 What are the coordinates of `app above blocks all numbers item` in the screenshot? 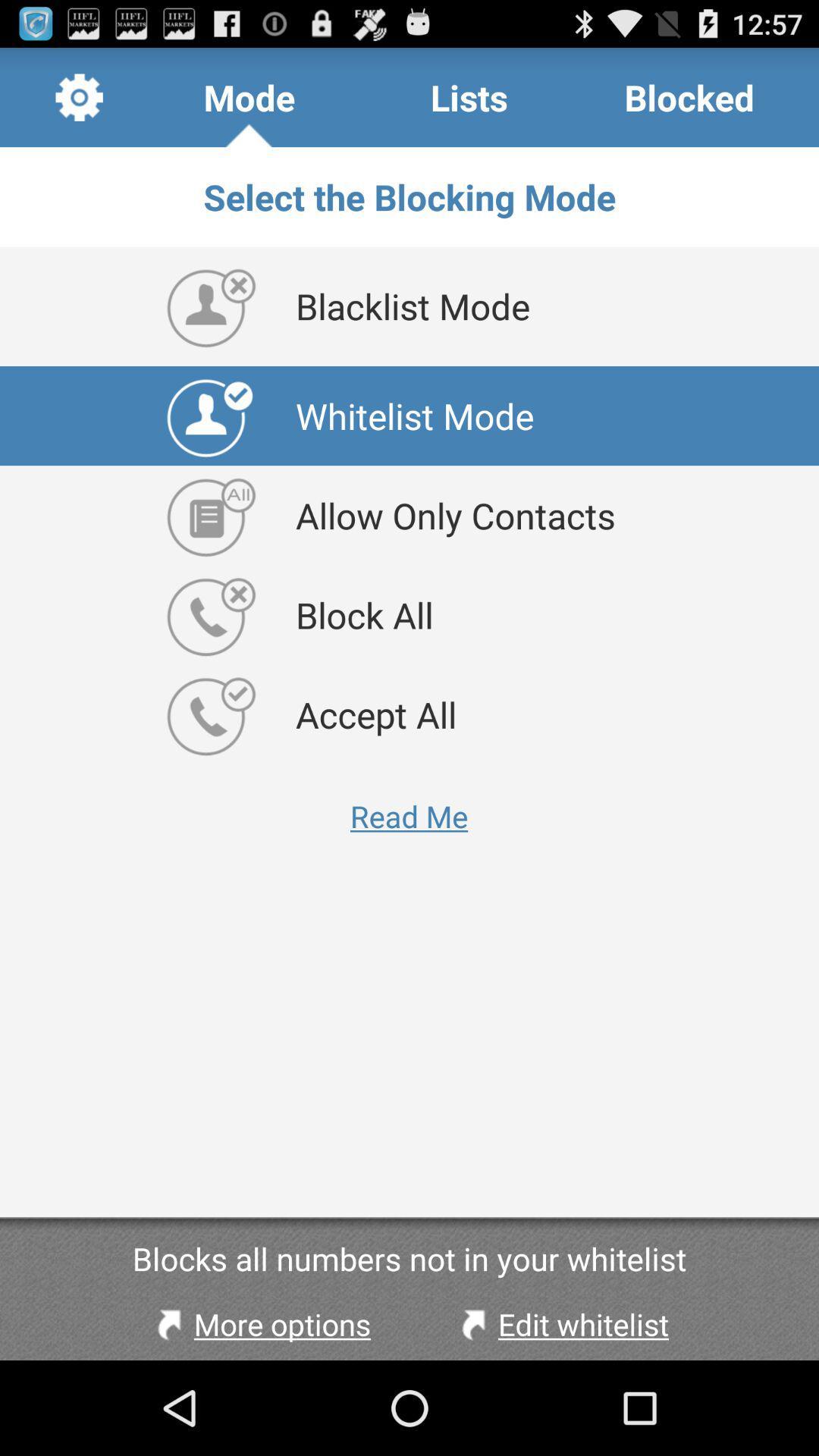 It's located at (408, 815).